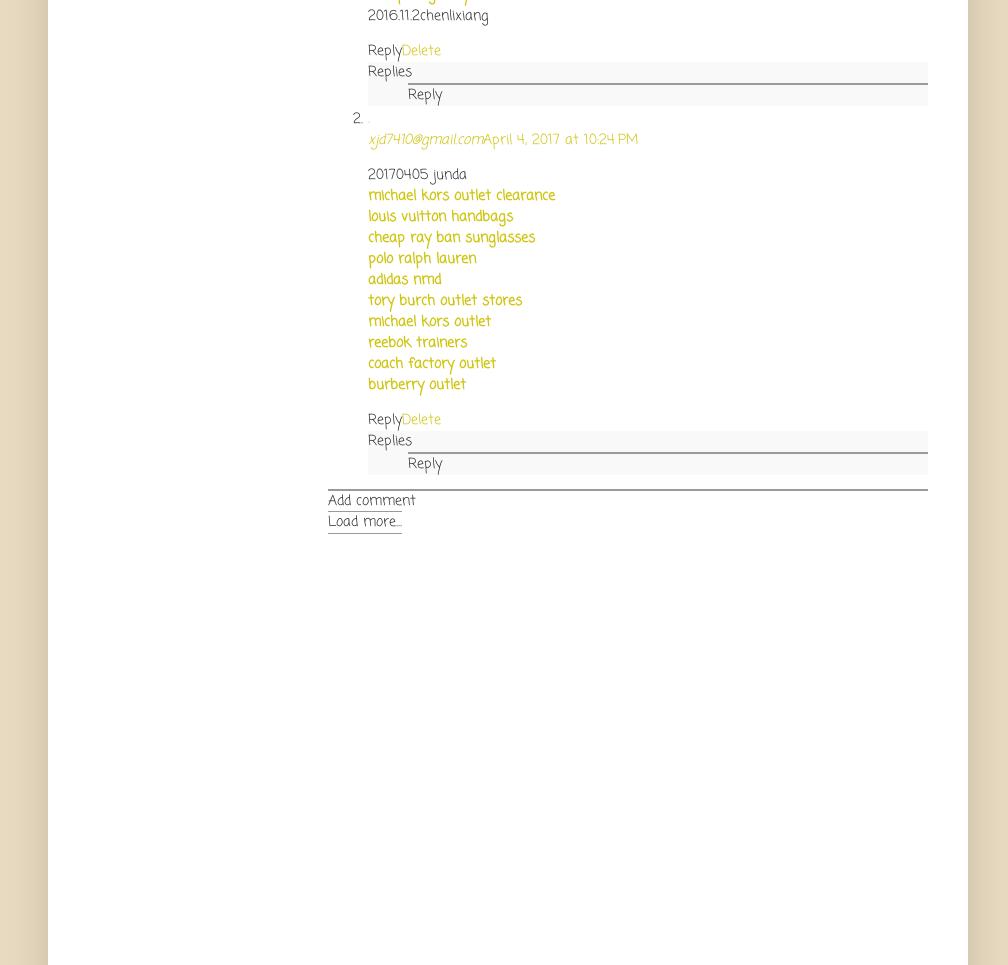 This screenshot has height=965, width=1008. Describe the element at coordinates (445, 299) in the screenshot. I see `'tory burch outlet stores'` at that location.